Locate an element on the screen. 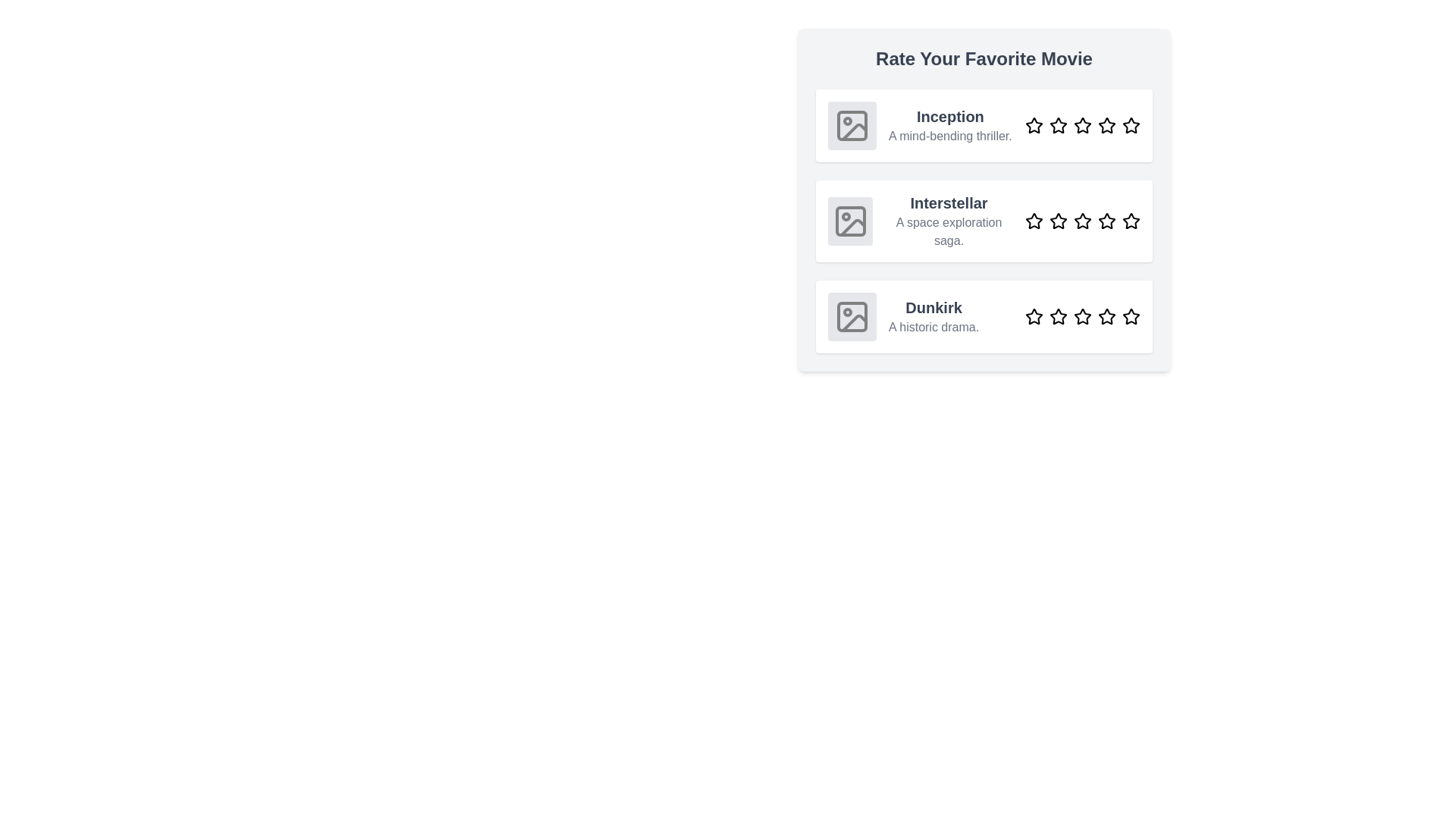 The image size is (1456, 819). the third star icon in the rating system for the 'Interstellar' movie is located at coordinates (1082, 221).